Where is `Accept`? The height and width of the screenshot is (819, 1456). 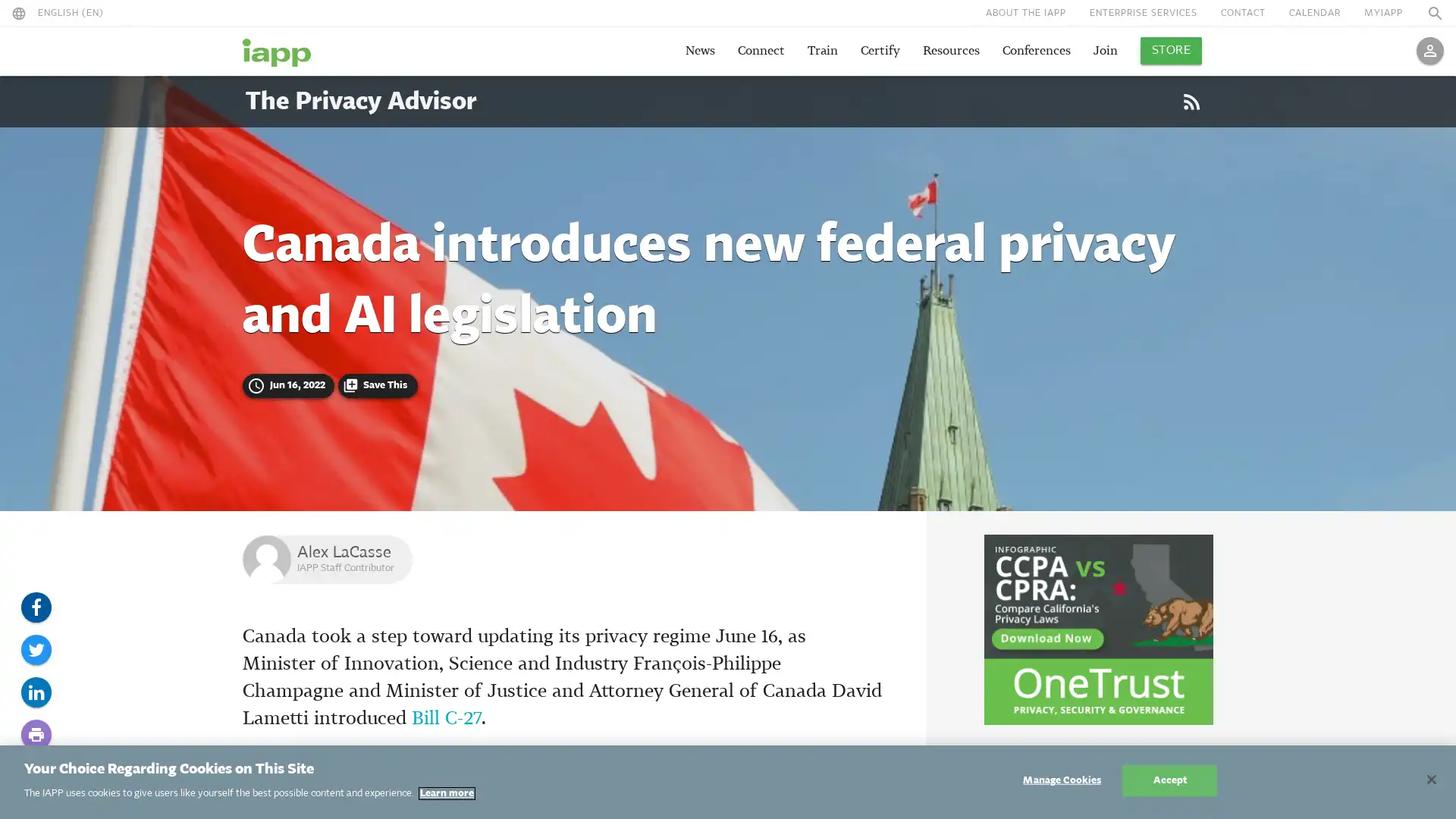 Accept is located at coordinates (1169, 780).